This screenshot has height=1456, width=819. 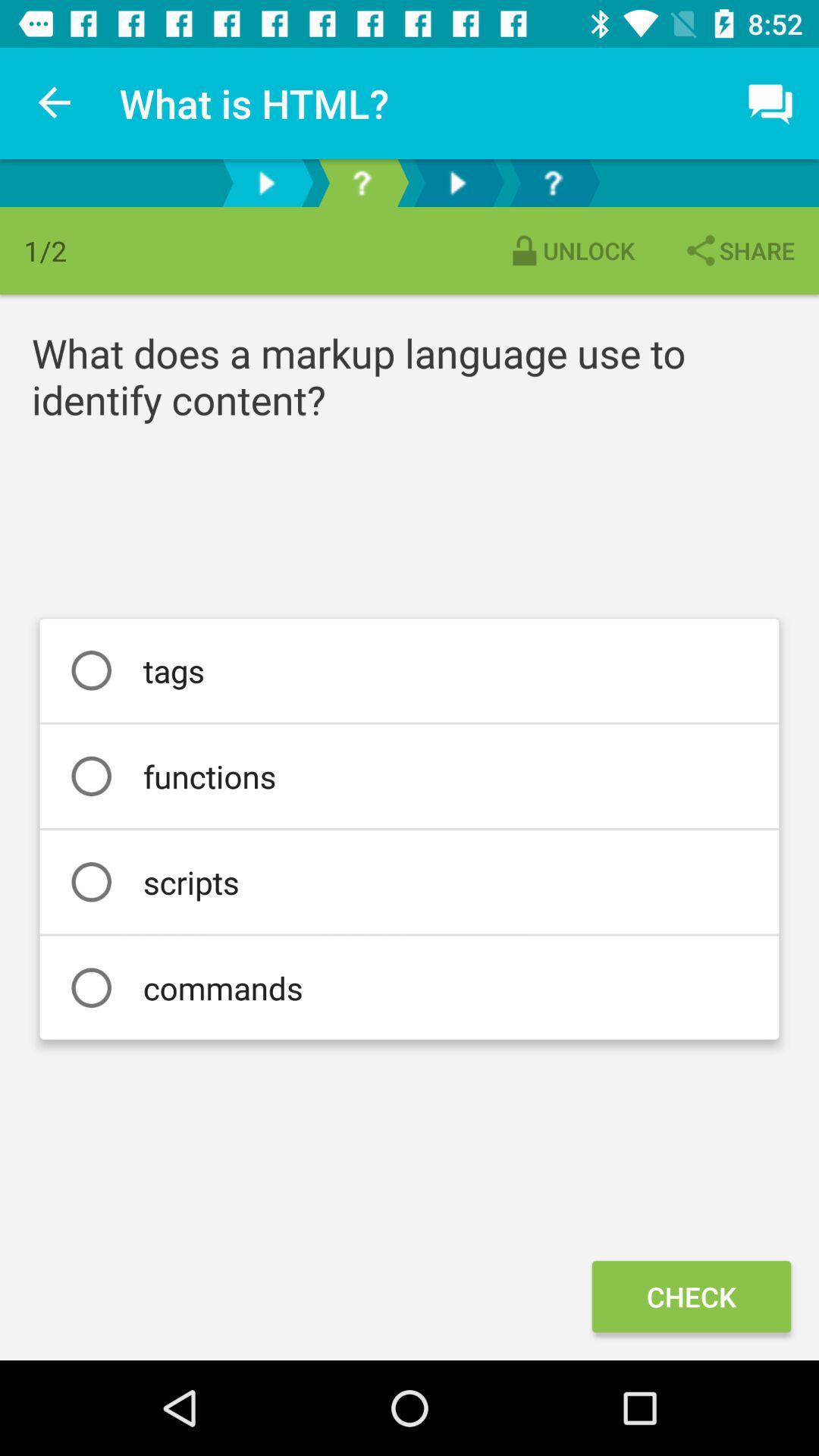 What do you see at coordinates (570, 250) in the screenshot?
I see `the icon above the what does a icon` at bounding box center [570, 250].